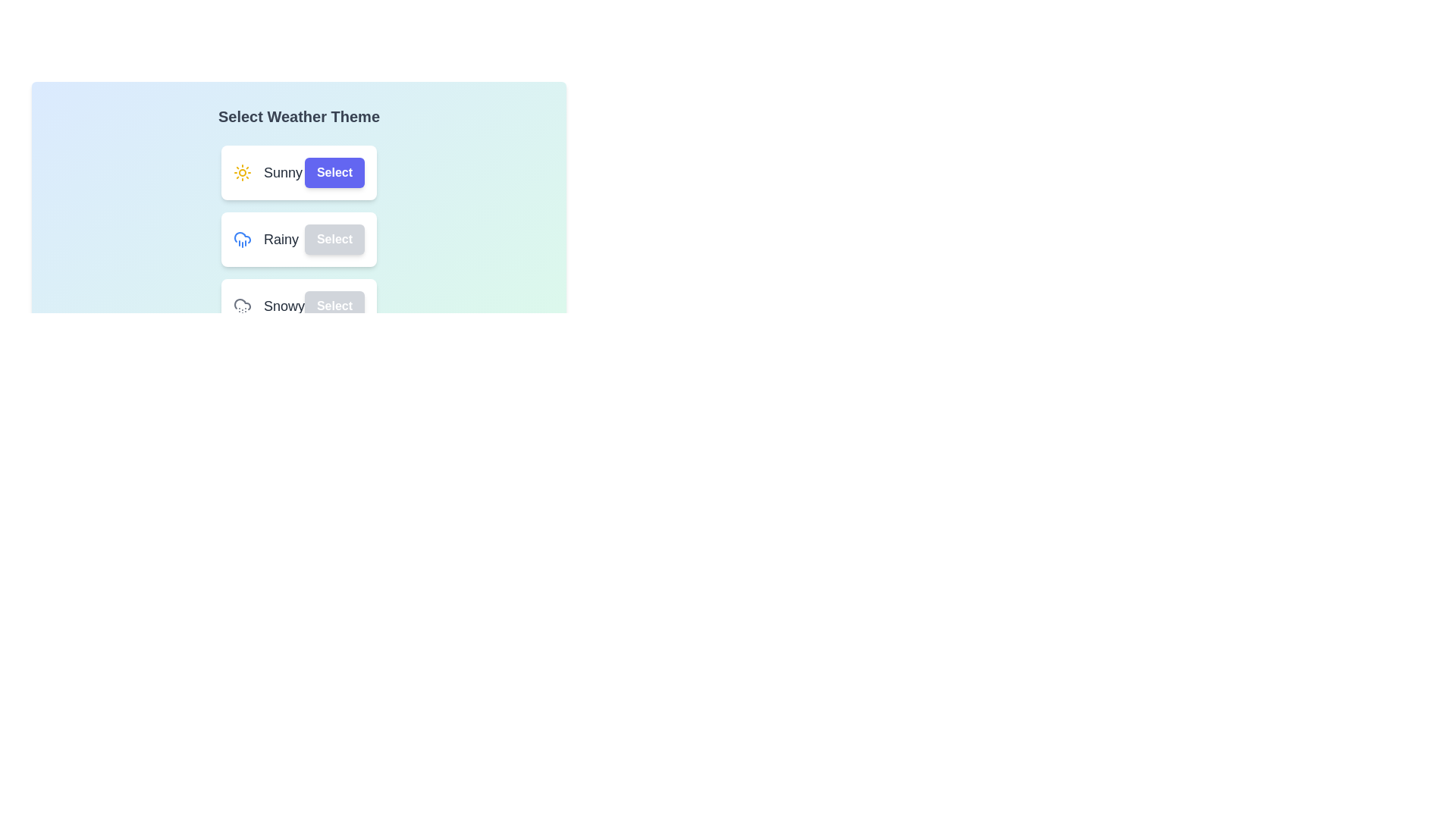 The height and width of the screenshot is (819, 1456). What do you see at coordinates (334, 306) in the screenshot?
I see `the 'Select' button corresponding to the weather theme Snowy` at bounding box center [334, 306].